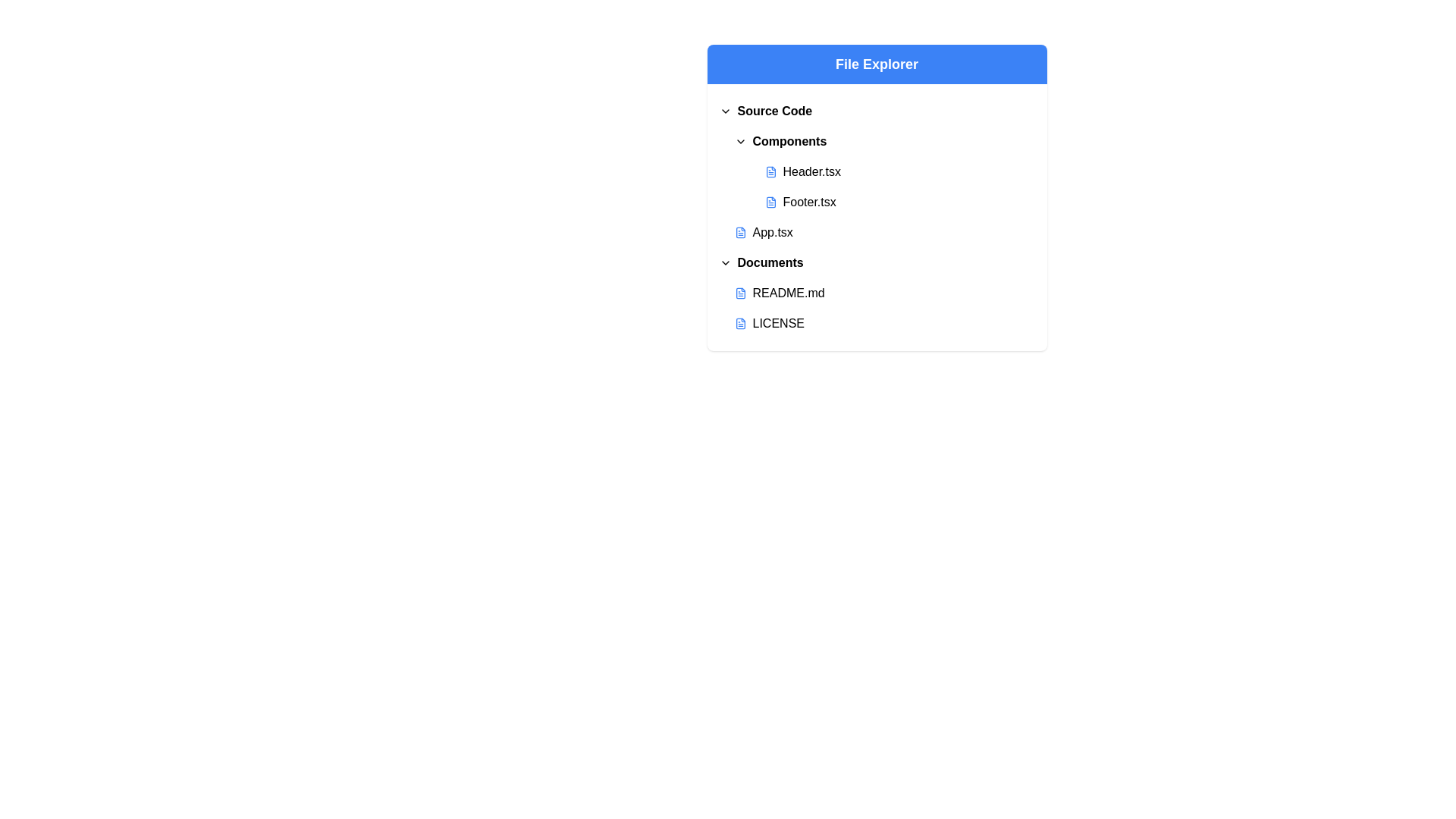 The width and height of the screenshot is (1456, 819). I want to click on the style and color of the blue SVG icon representing a file or document, located to the left of the text label 'Footer.tsx' in the file explorer panel, which is part of the second item under the 'Components' sub-header in the 'Source Code' section, so click(770, 201).